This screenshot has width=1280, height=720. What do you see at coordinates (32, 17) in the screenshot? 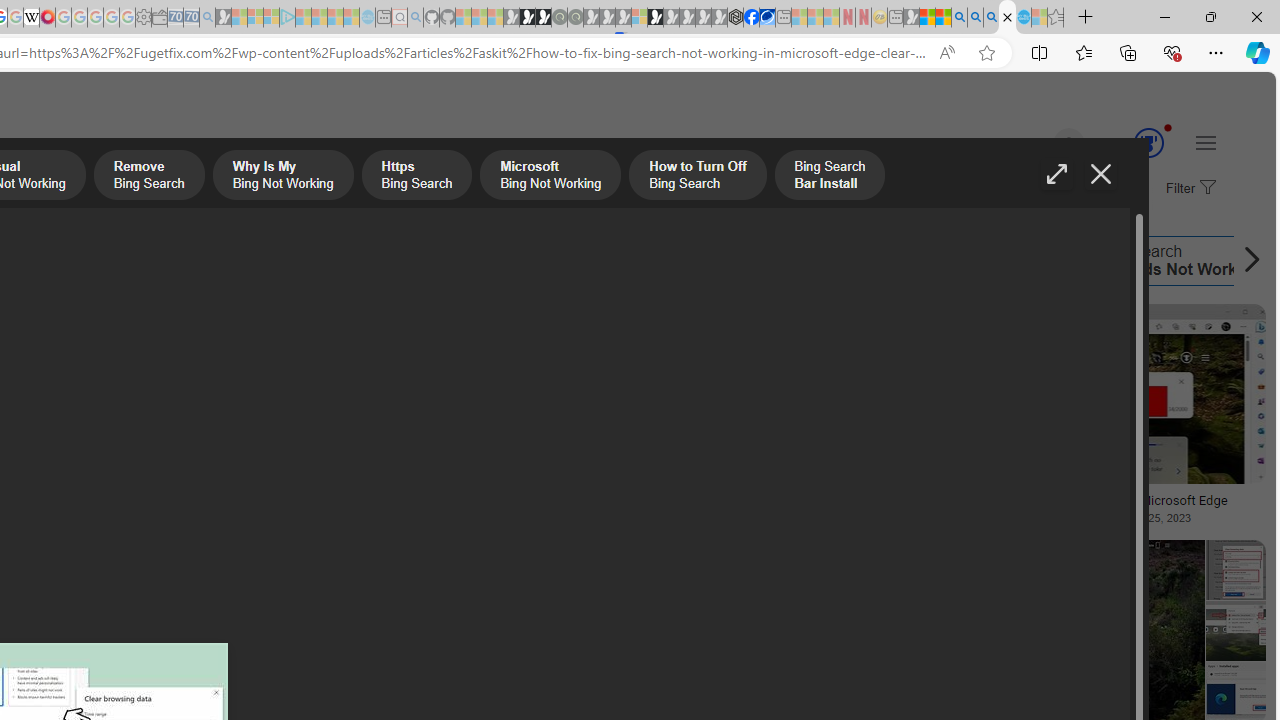
I see `'Target page - Wikipedia'` at bounding box center [32, 17].